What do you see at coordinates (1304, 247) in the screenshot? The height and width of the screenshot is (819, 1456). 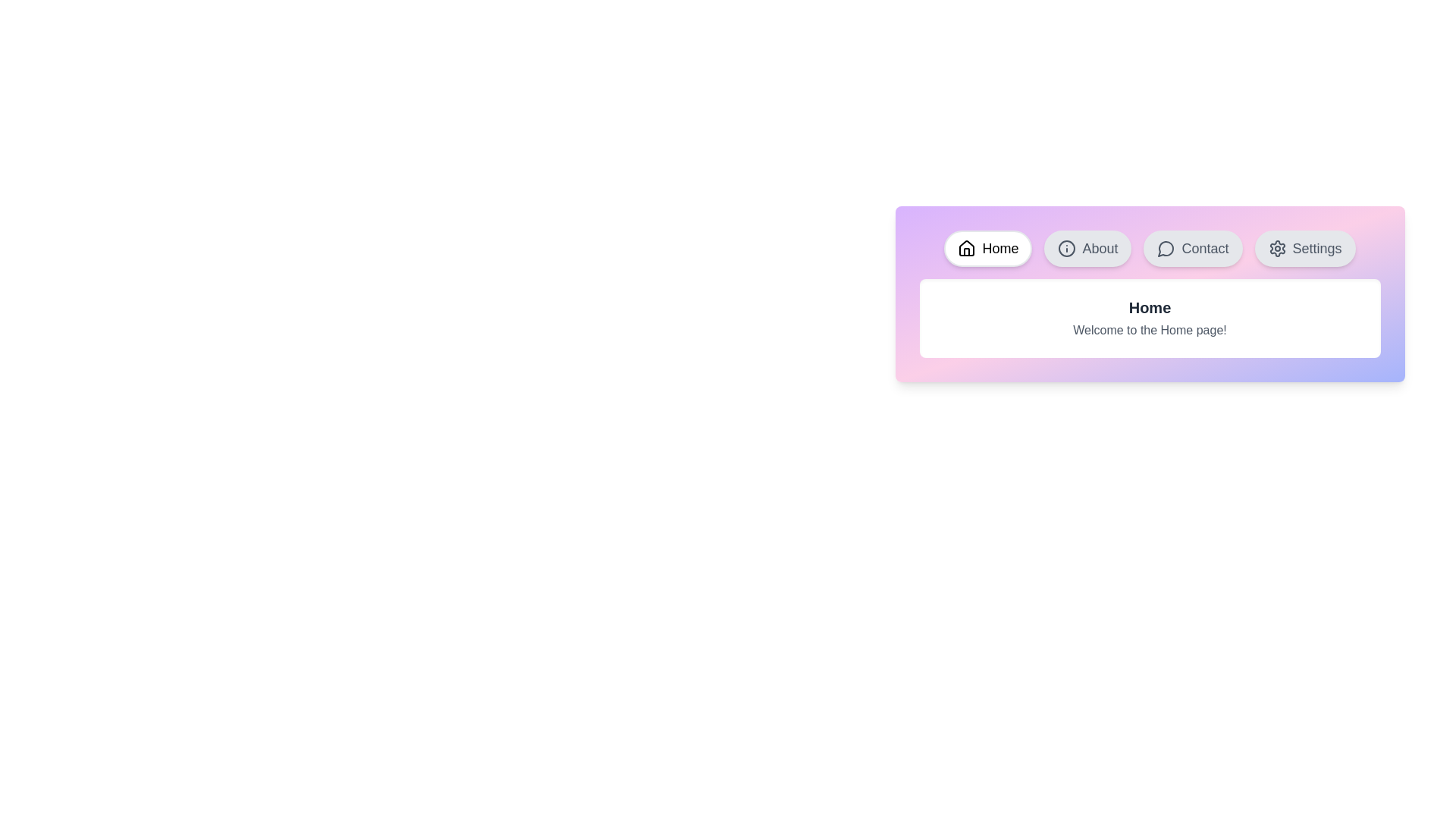 I see `the tab button labeled Settings to activate the corresponding tab` at bounding box center [1304, 247].